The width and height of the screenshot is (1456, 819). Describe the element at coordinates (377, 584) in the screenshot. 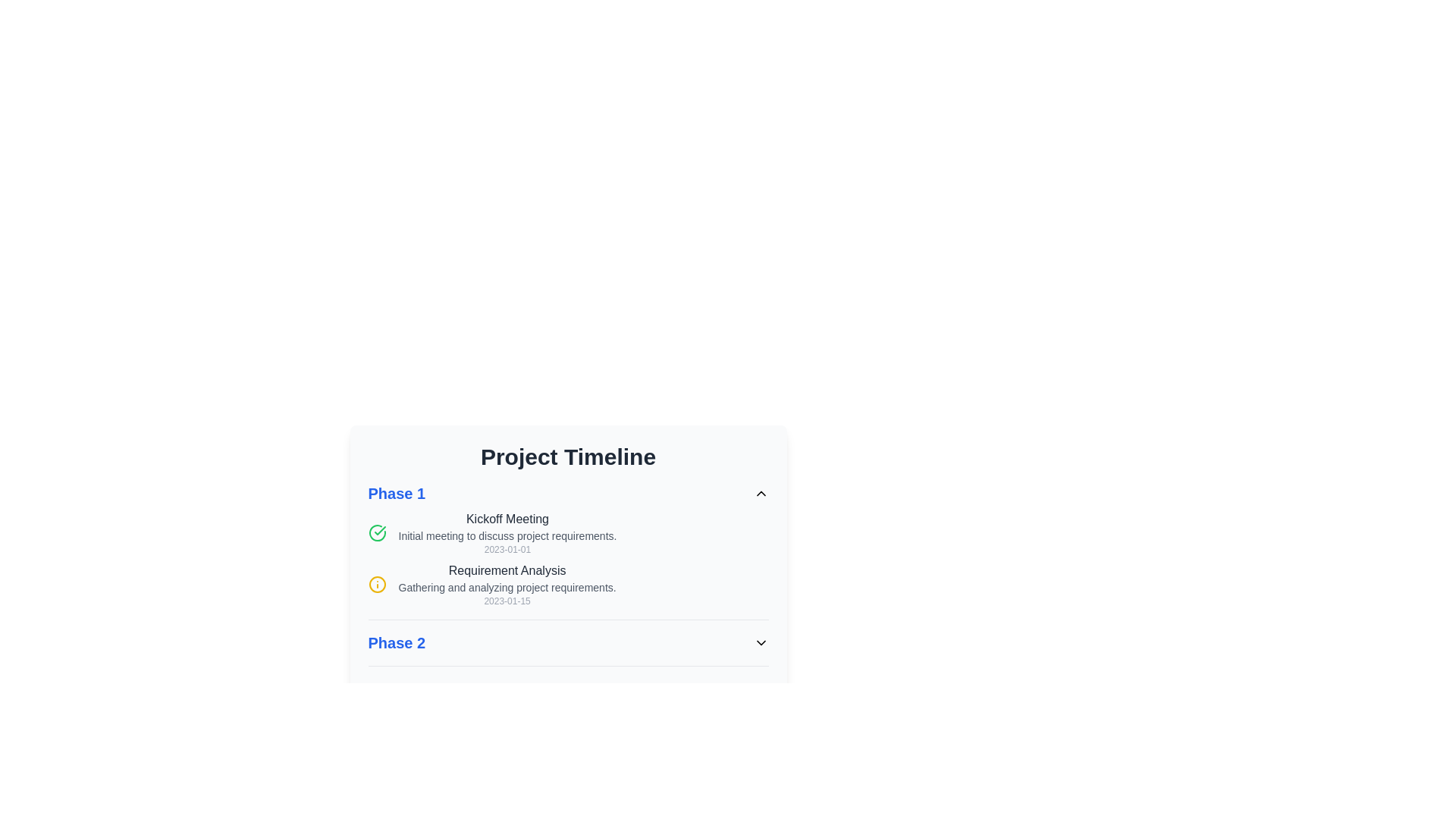

I see `the icon located to the immediate left of the text 'Requirement Analysis' in the 'Project Timeline' interface under 'Phase 1.'` at that location.